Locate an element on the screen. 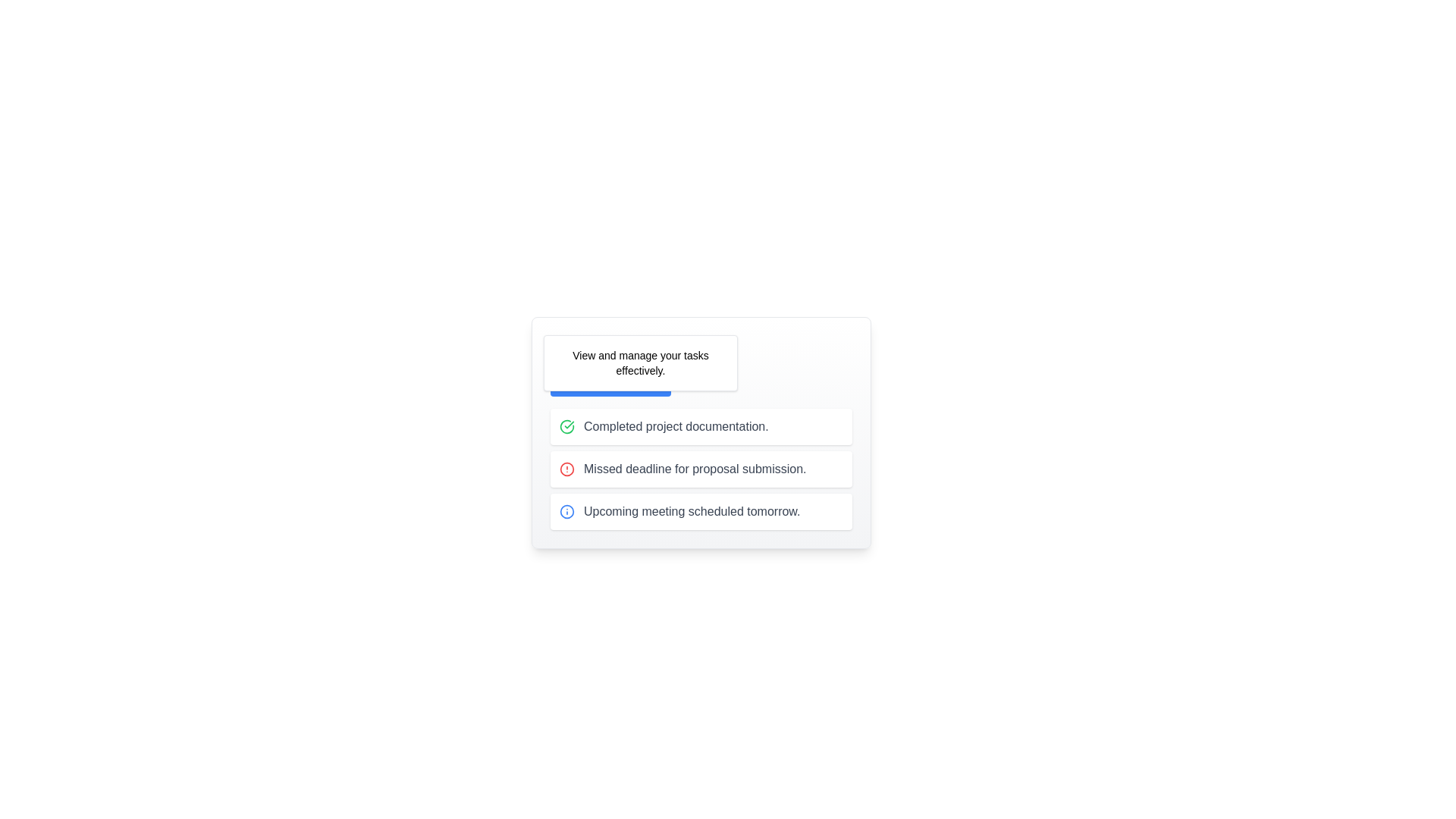  the 'Manage Tasks' button, which is a rectangular button with a blue background and white text located at the bottom of a task card is located at coordinates (610, 380).